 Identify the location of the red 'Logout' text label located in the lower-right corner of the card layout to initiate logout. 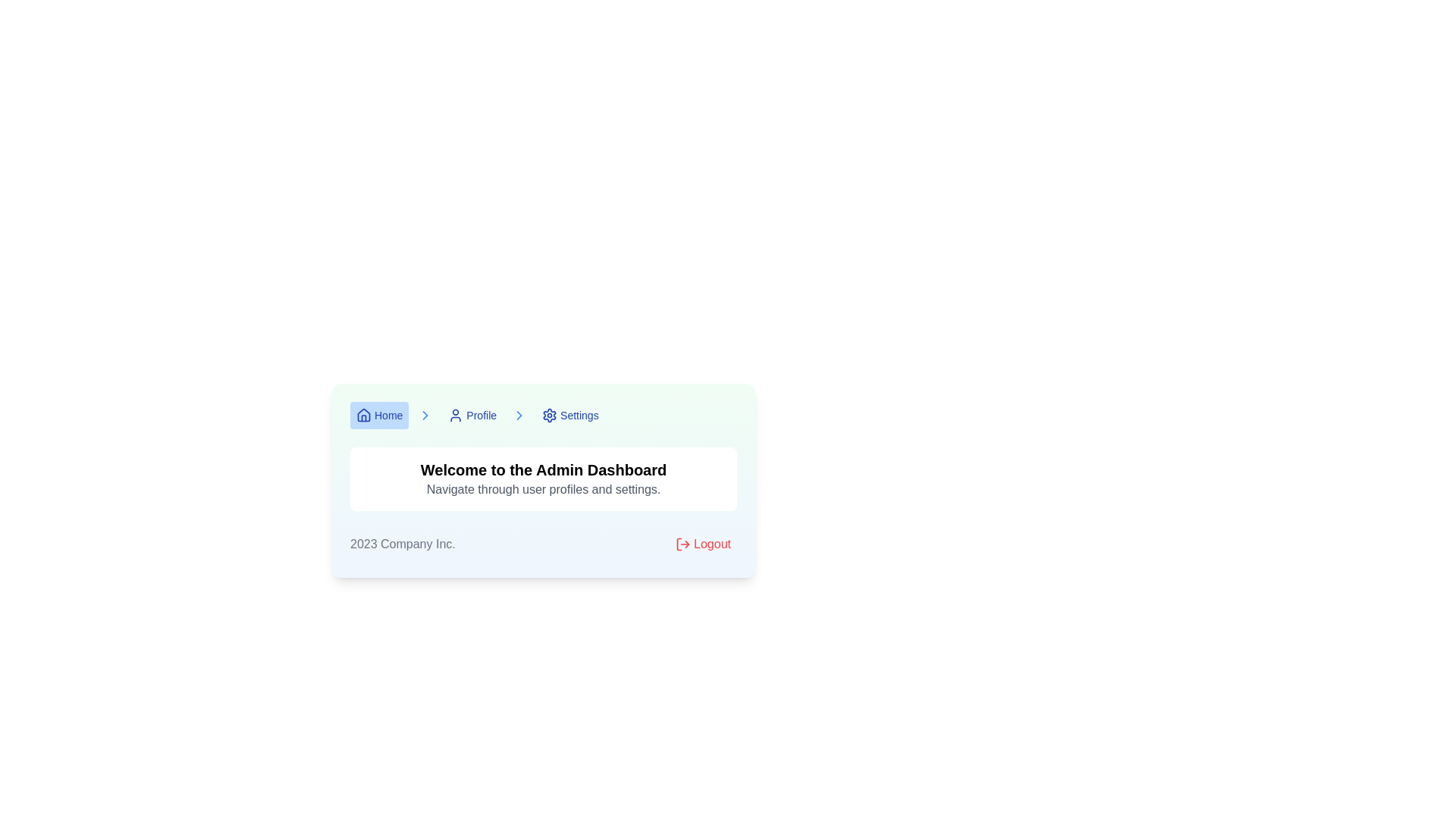
(711, 543).